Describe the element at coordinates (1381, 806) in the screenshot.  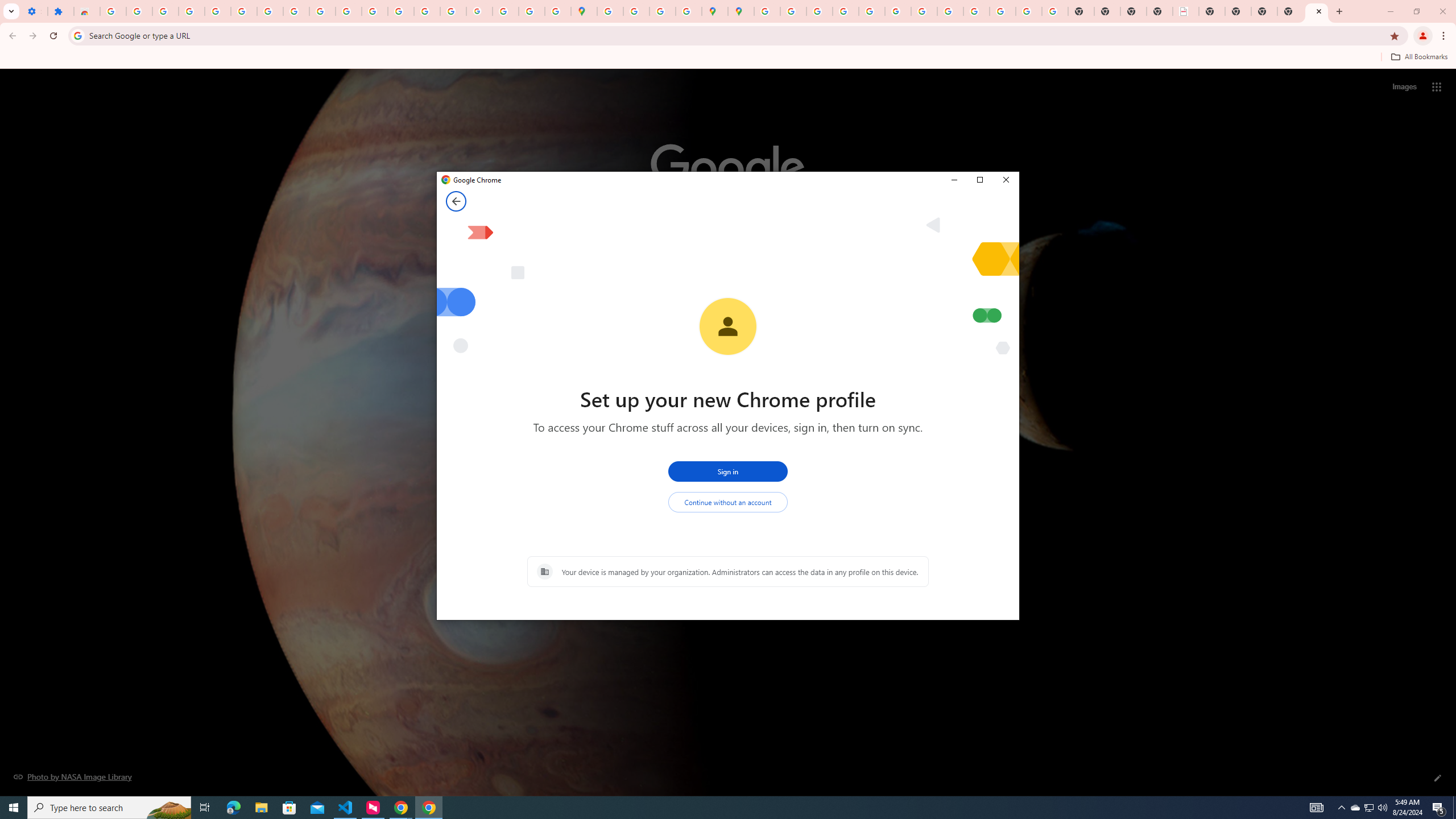
I see `'Q2790: 100%'` at that location.